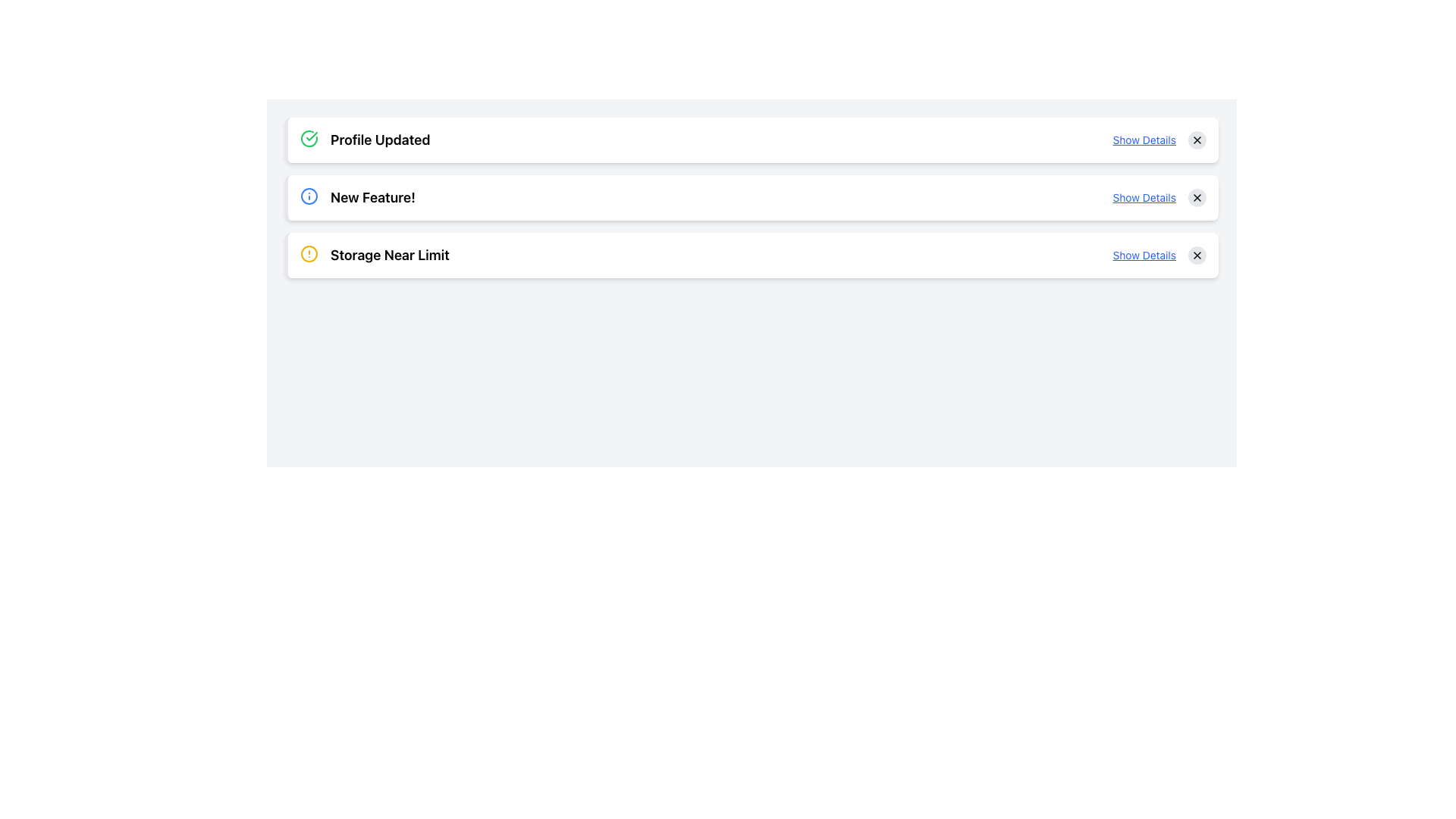  I want to click on text label that alerts the user about storage nearing its limit, positioned to the right of a circular yellow icon with an exclamation mark, so click(390, 254).